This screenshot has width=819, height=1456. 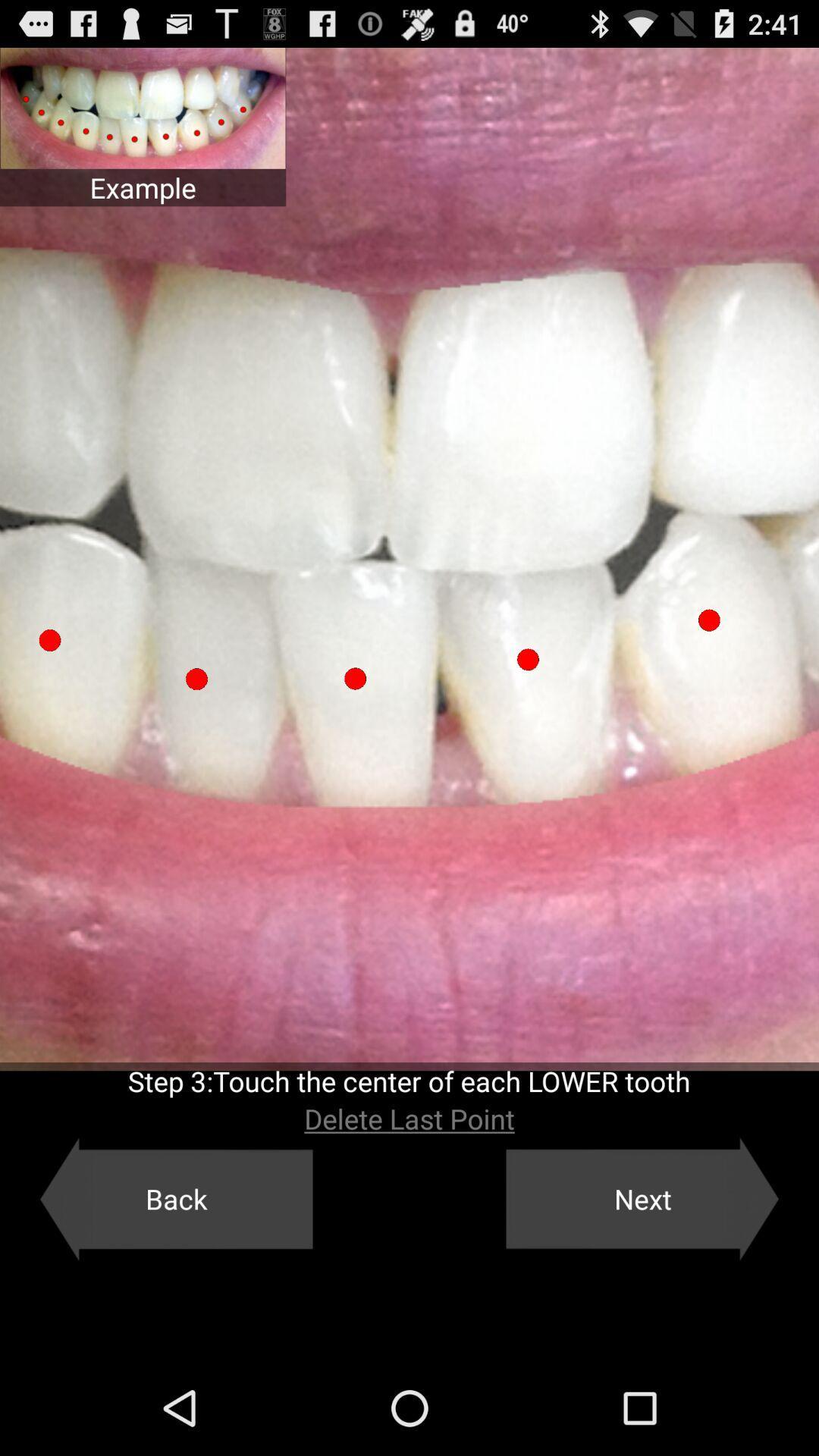 I want to click on icon below the step 3 touch item, so click(x=409, y=1119).